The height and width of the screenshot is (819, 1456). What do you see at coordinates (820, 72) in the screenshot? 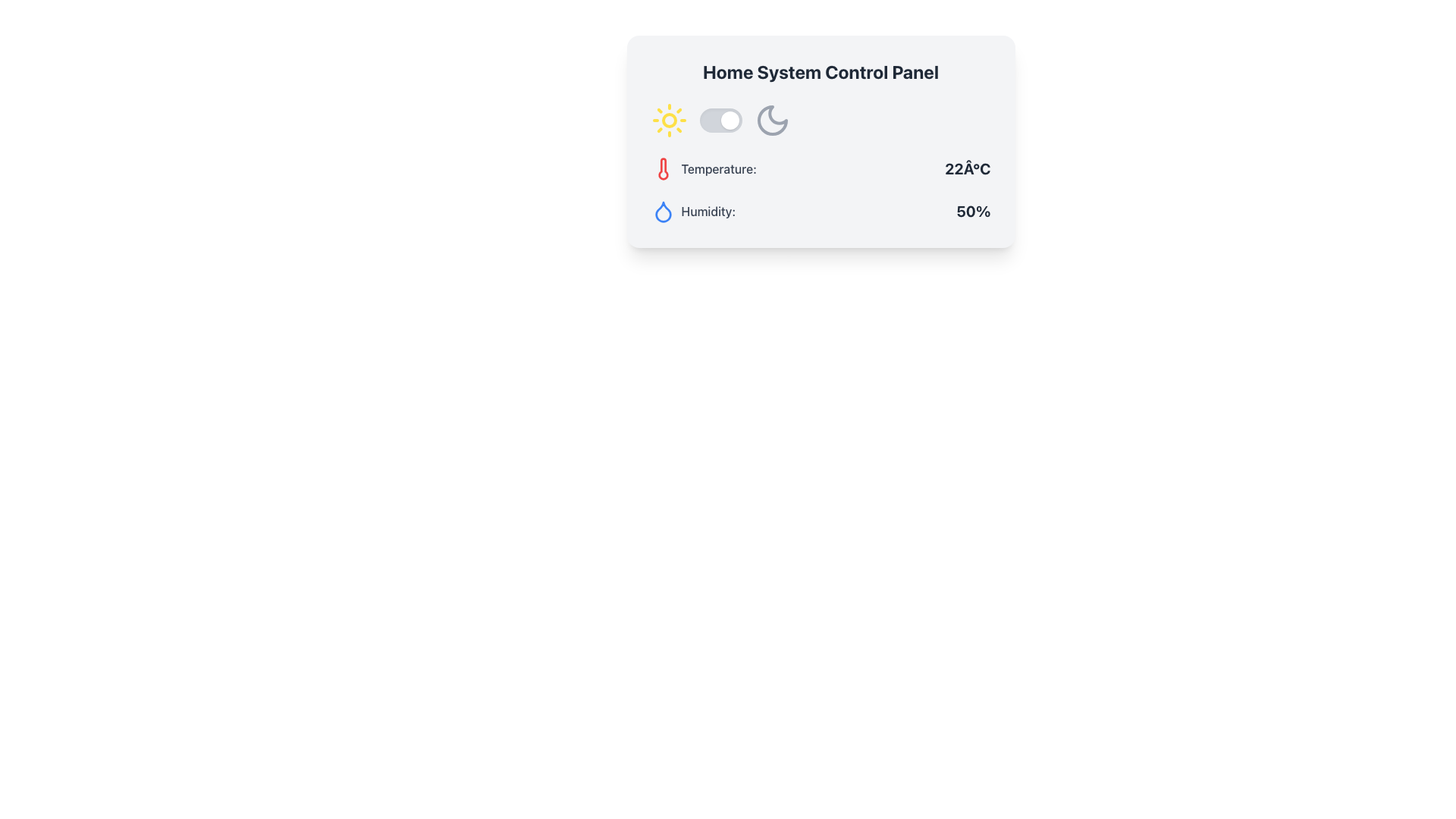
I see `the Static Text Header displaying 'Home System Control Panel', which is centered at the top of the card-like UI segment` at bounding box center [820, 72].